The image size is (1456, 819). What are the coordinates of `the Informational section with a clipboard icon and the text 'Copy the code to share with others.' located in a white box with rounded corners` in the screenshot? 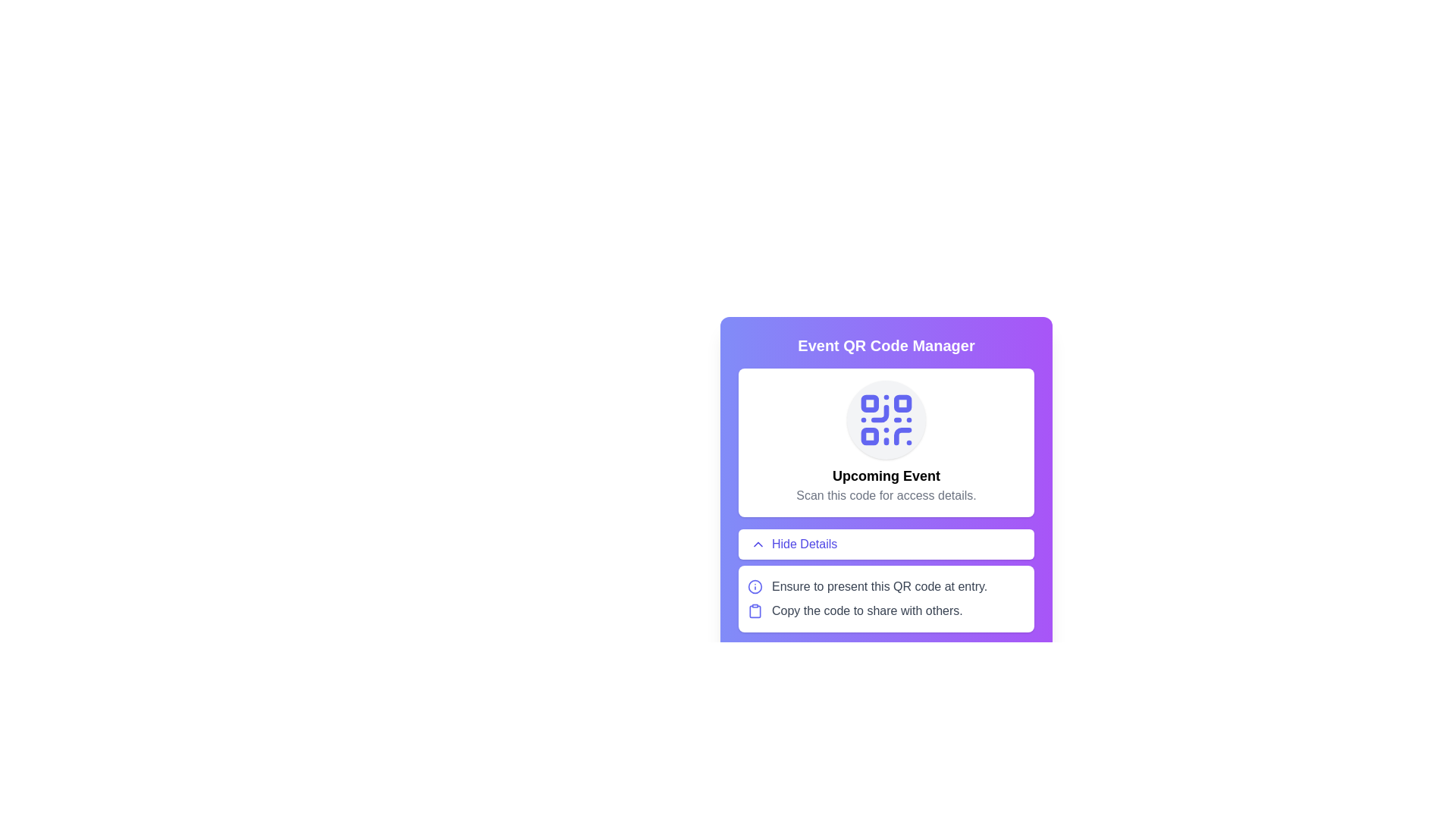 It's located at (886, 610).